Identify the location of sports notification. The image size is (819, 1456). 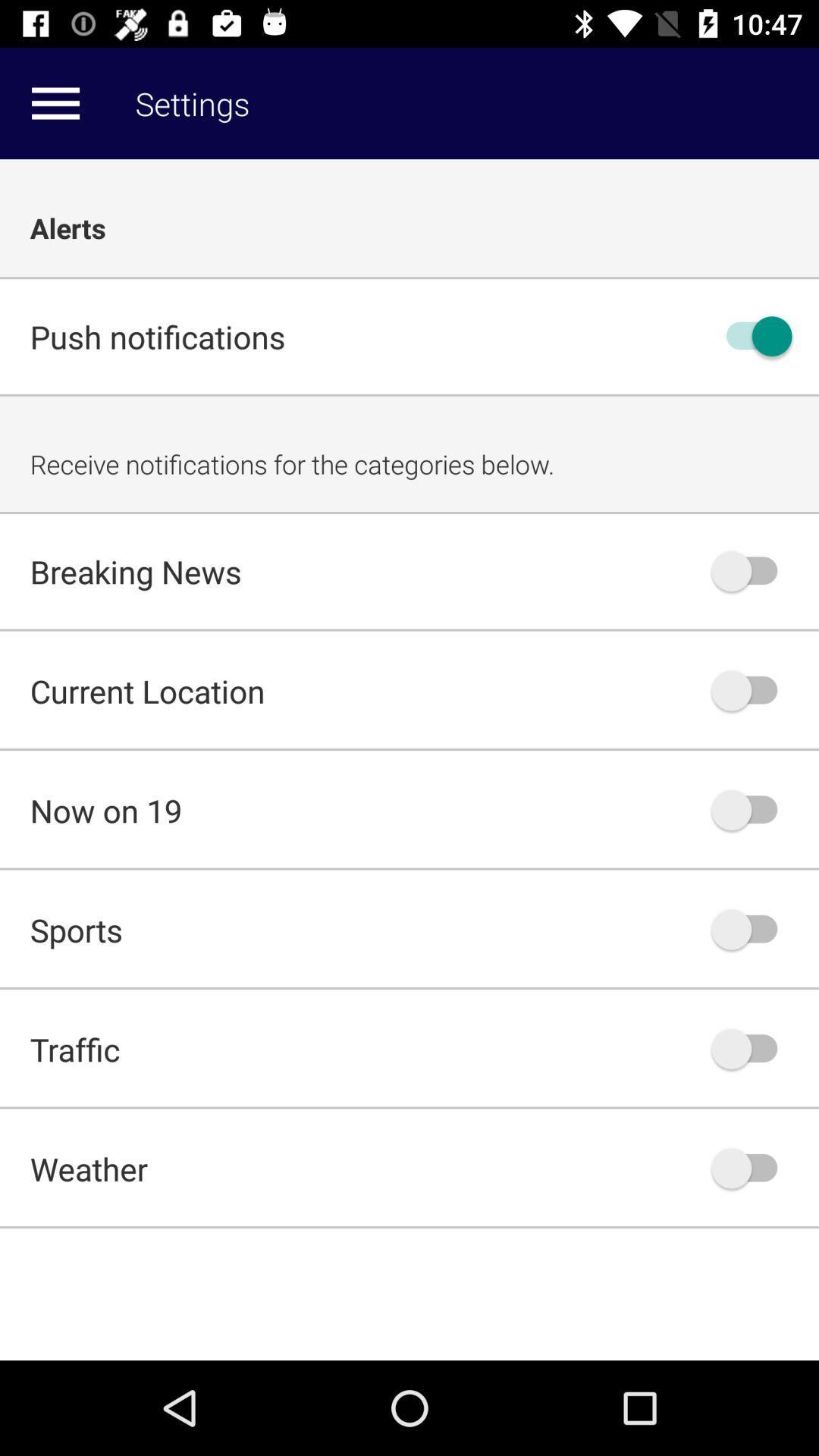
(752, 928).